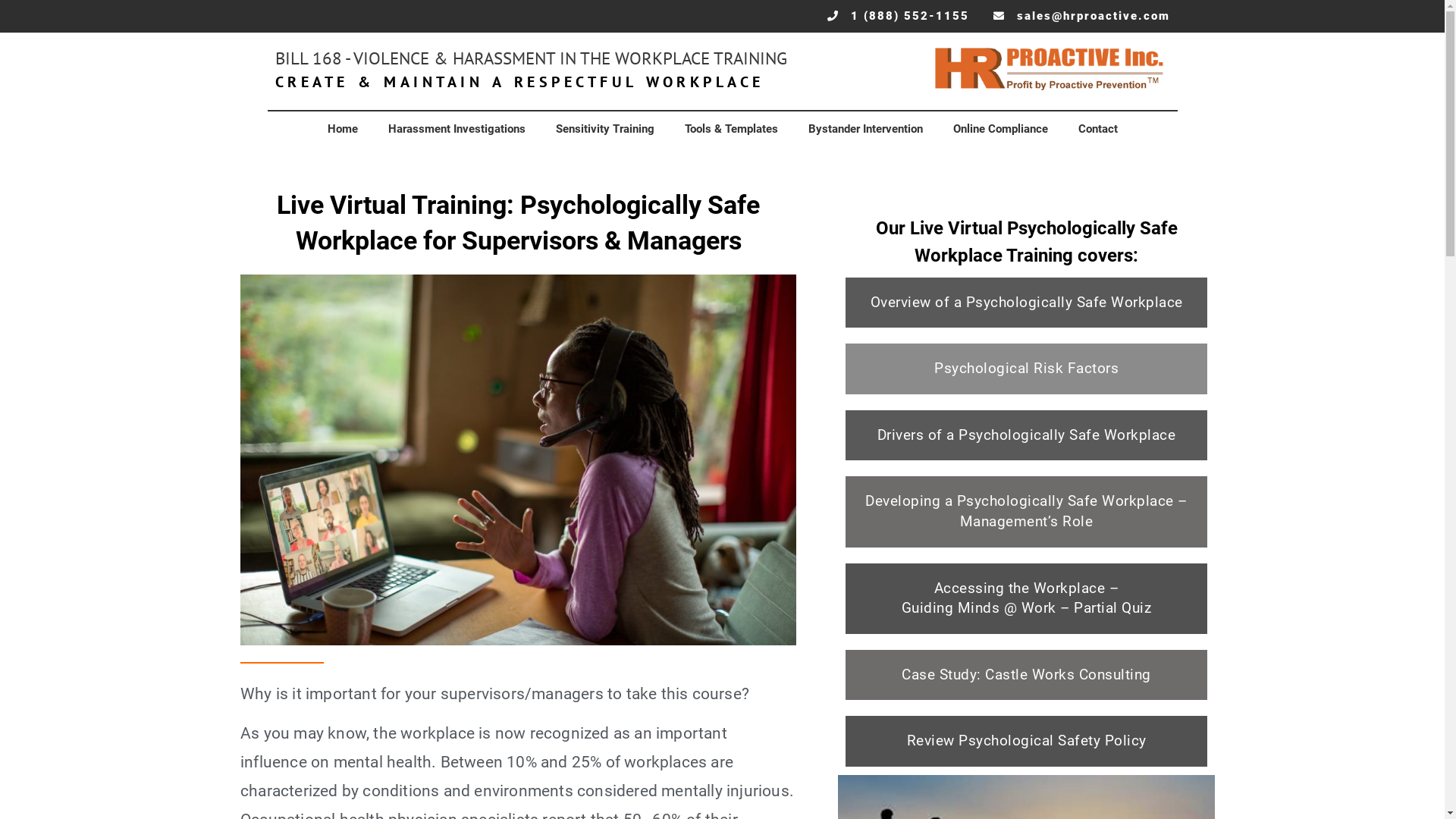 This screenshot has width=1456, height=819. What do you see at coordinates (999, 127) in the screenshot?
I see `'Online Compliance'` at bounding box center [999, 127].